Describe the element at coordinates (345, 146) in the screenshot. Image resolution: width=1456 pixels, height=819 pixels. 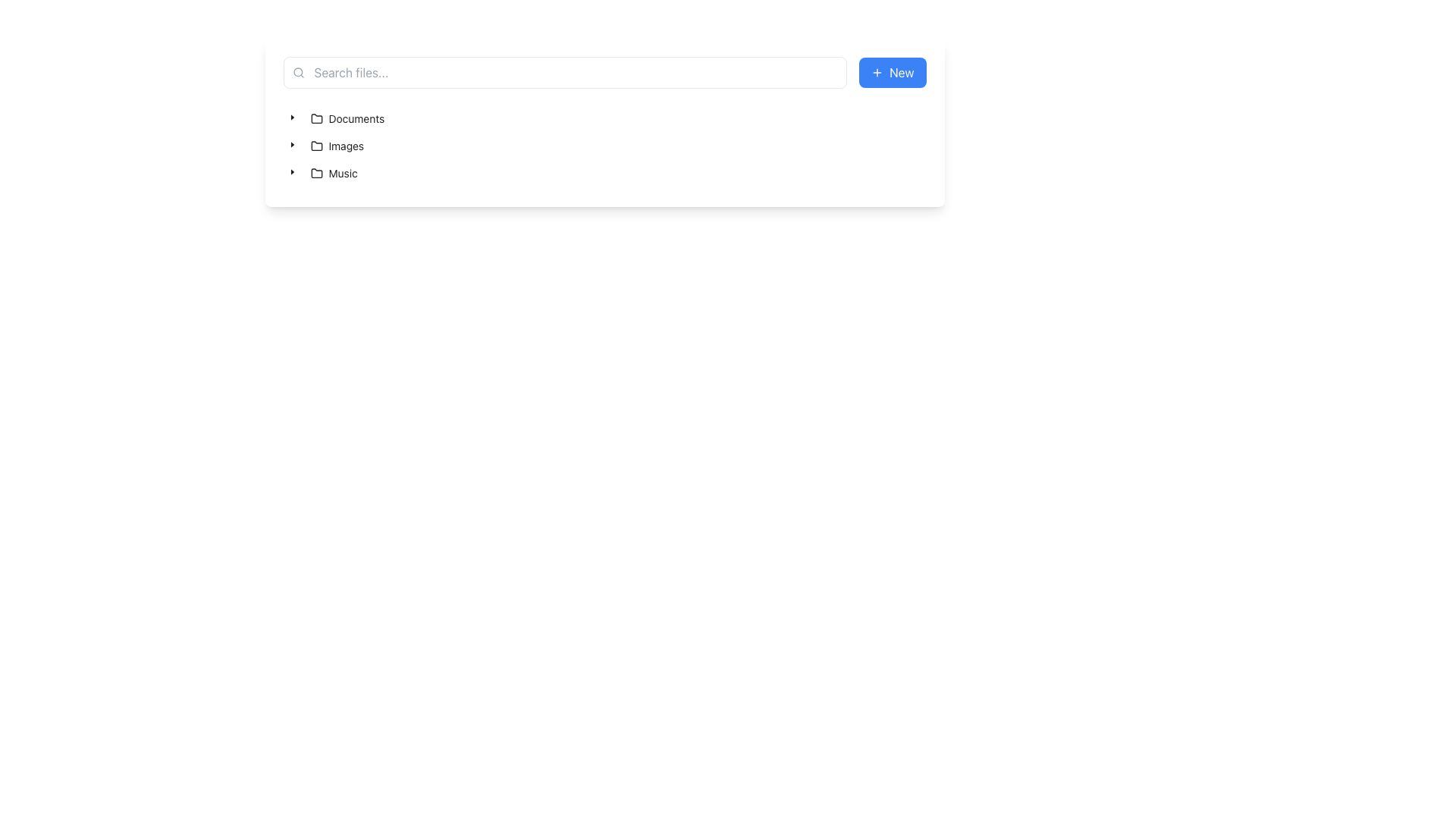
I see `the 'Images' folder label` at that location.